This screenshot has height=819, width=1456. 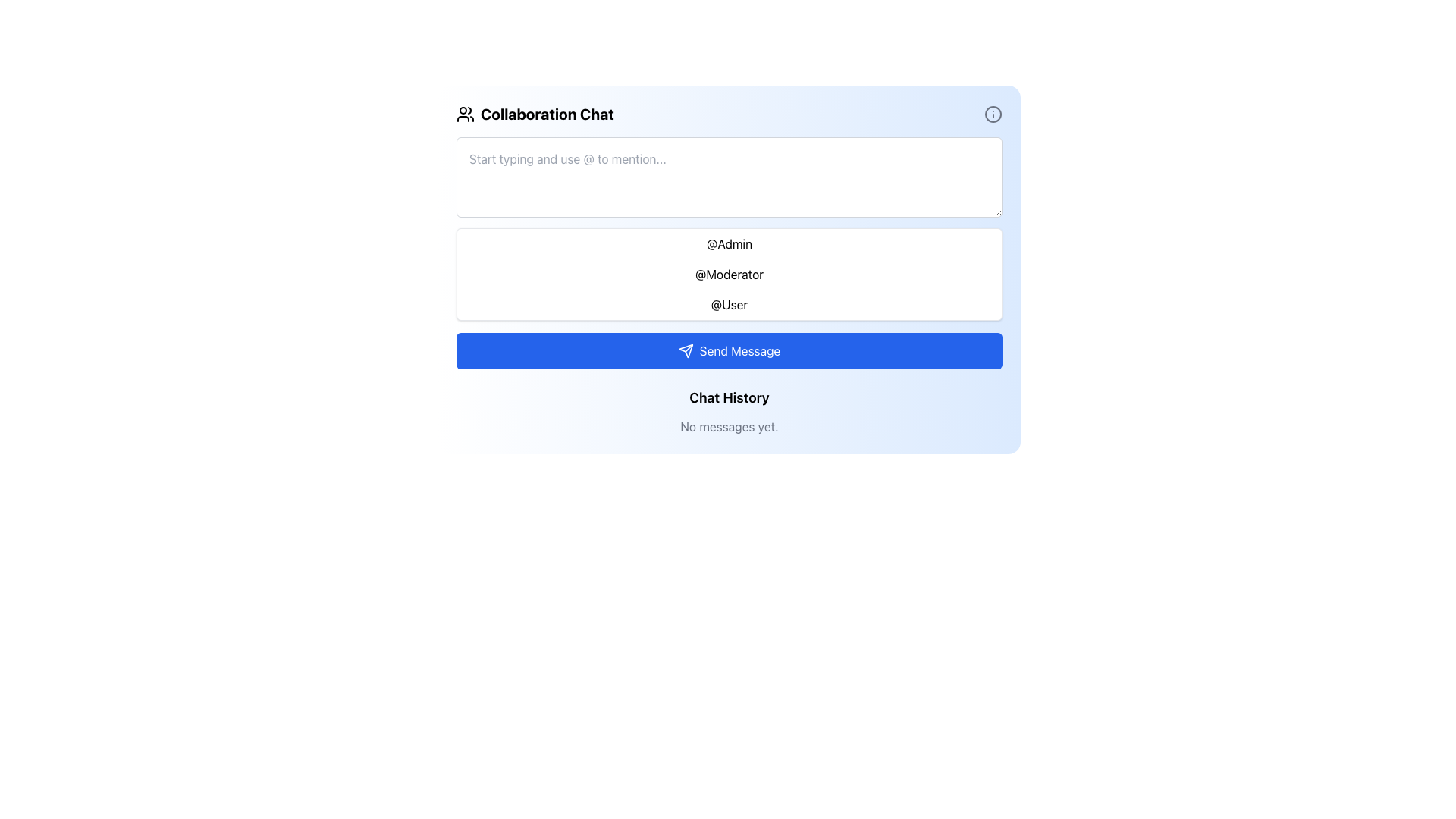 I want to click on the third list item containing the text '@User', so click(x=729, y=304).